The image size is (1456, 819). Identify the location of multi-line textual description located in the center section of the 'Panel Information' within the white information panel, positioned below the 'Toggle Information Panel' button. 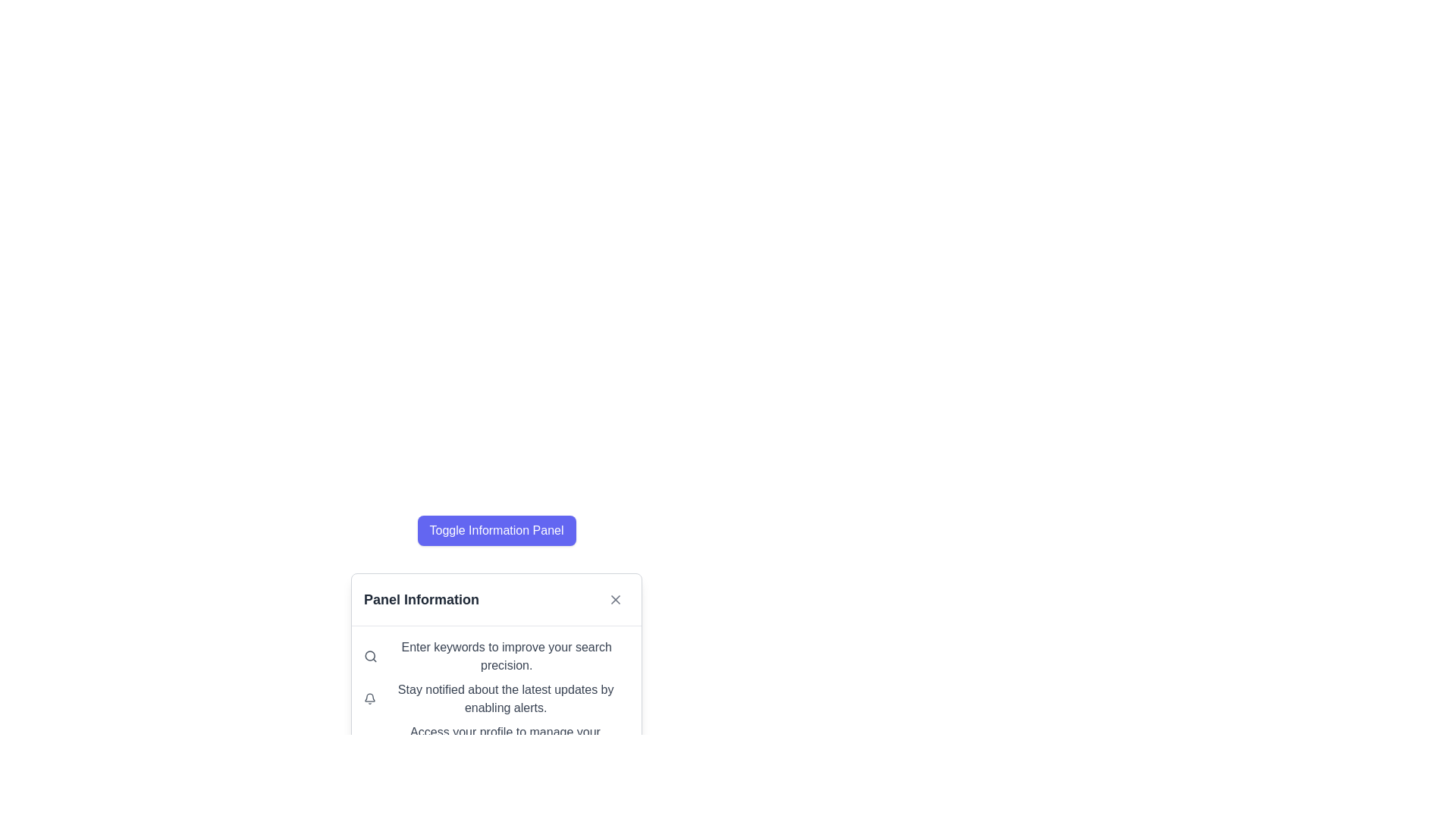
(496, 698).